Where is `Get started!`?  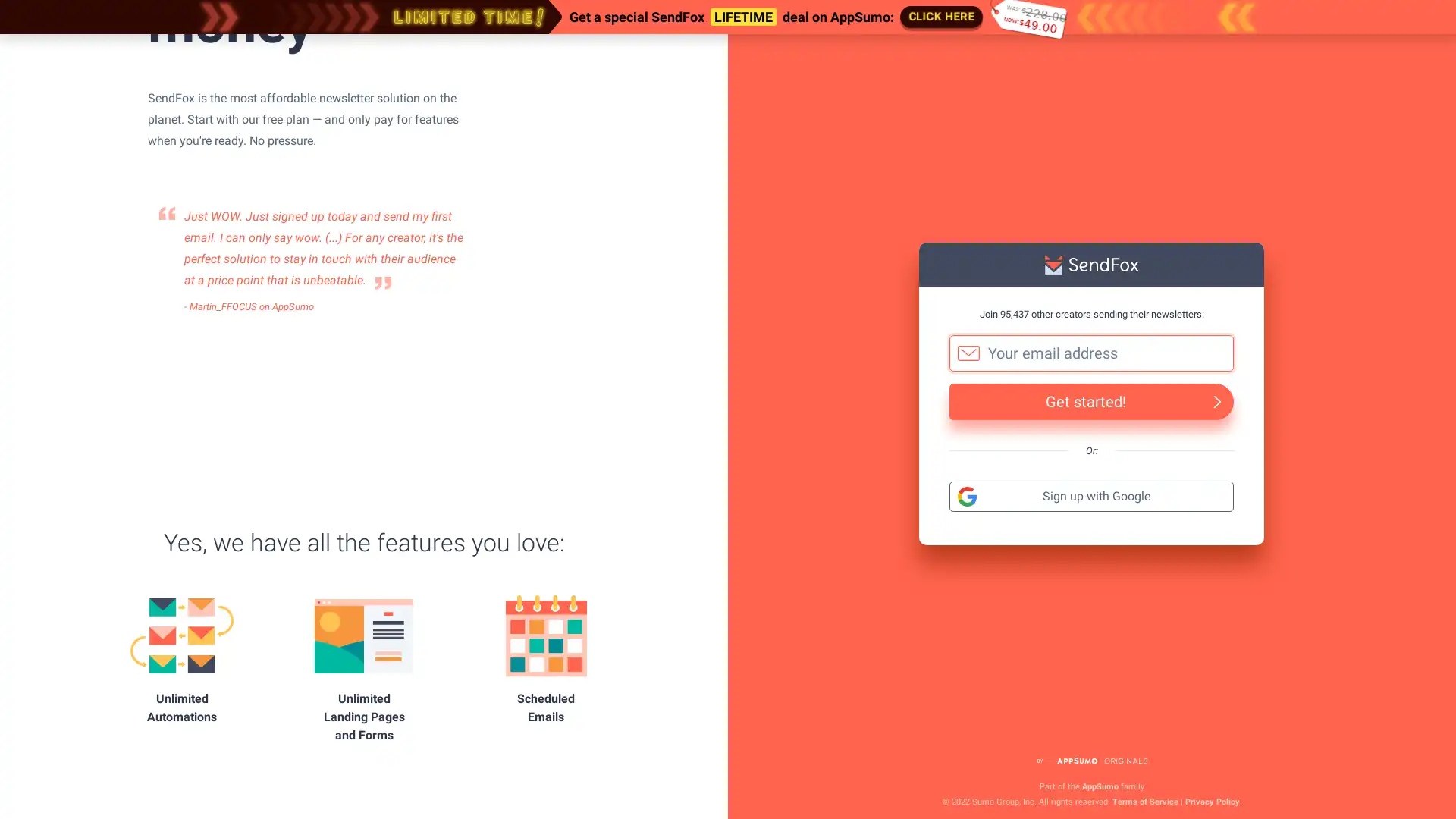
Get started! is located at coordinates (1090, 400).